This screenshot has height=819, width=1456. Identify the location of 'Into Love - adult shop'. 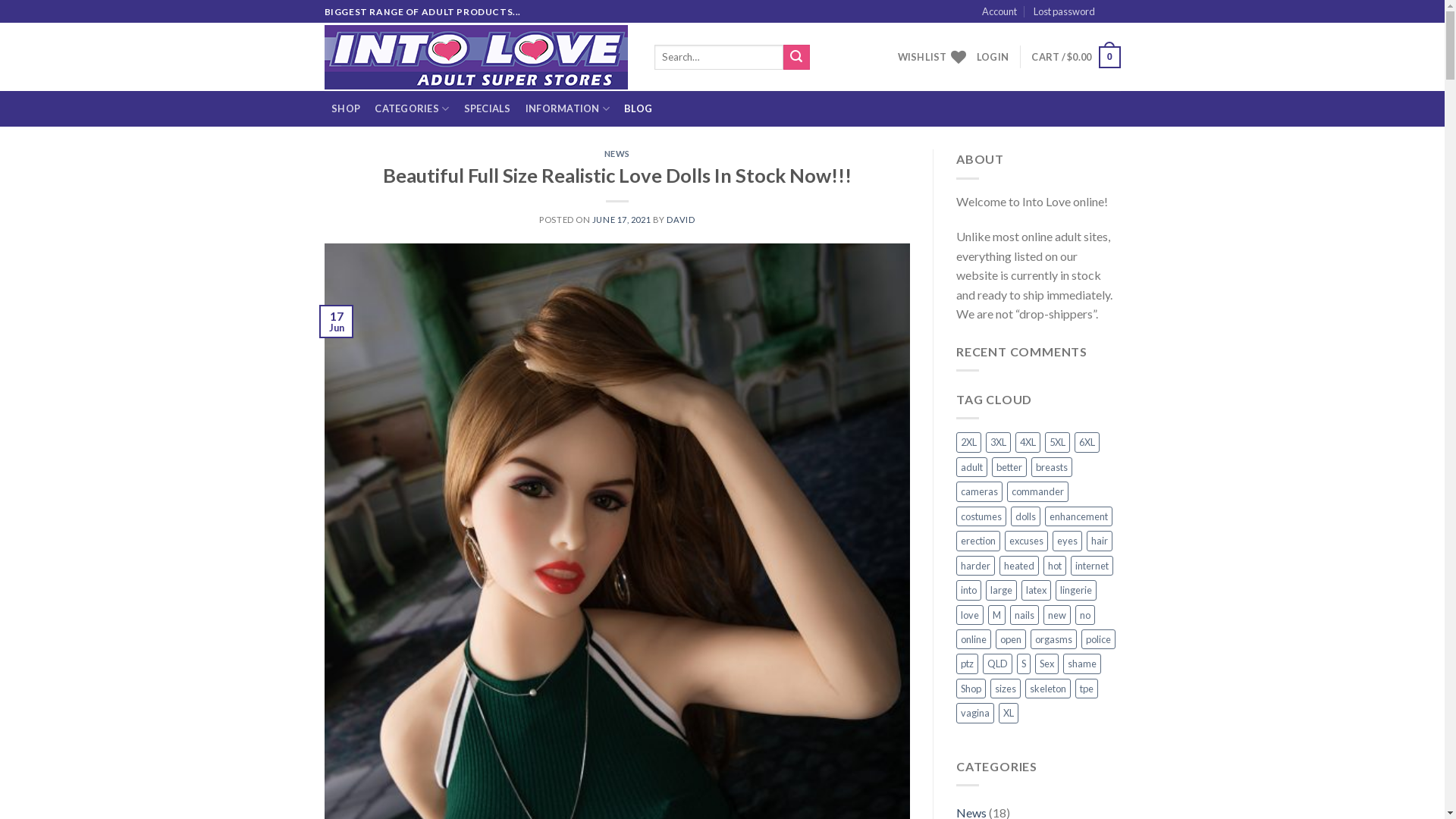
(477, 56).